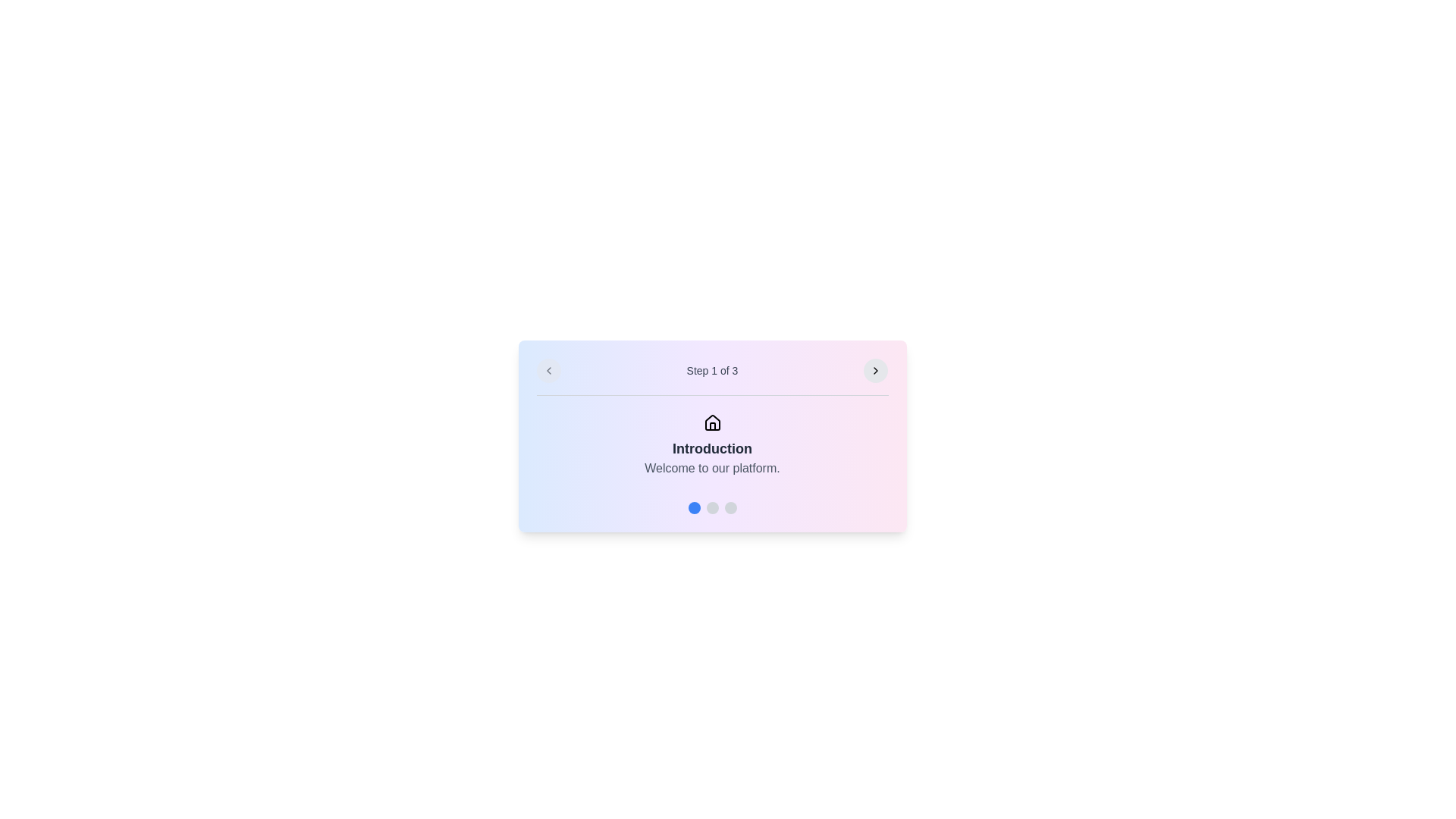  I want to click on the Text label that indicates the current step in a multi-step process, located at the top of the card between two navigation buttons, so click(711, 376).